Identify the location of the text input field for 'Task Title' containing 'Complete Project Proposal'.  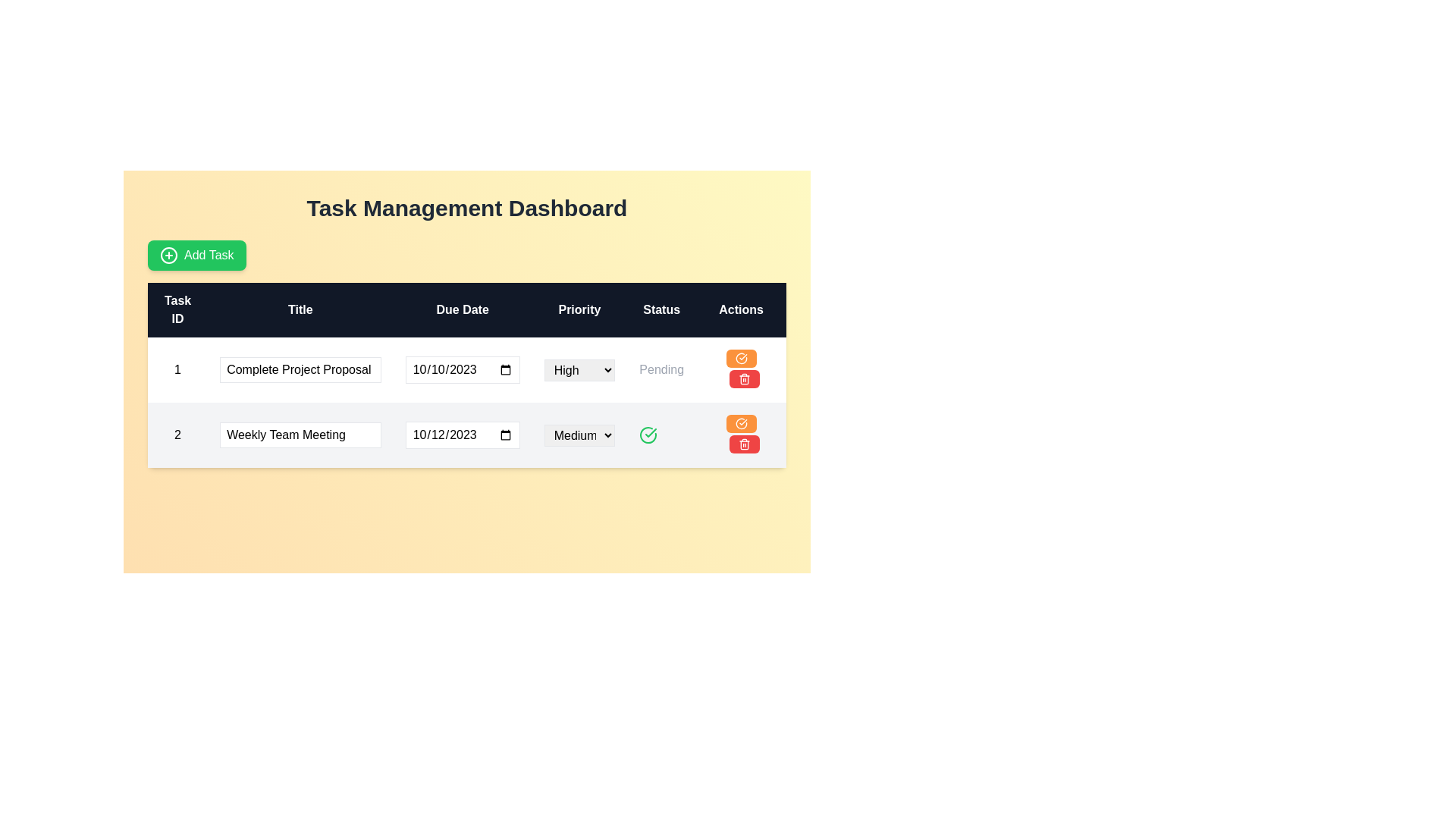
(300, 370).